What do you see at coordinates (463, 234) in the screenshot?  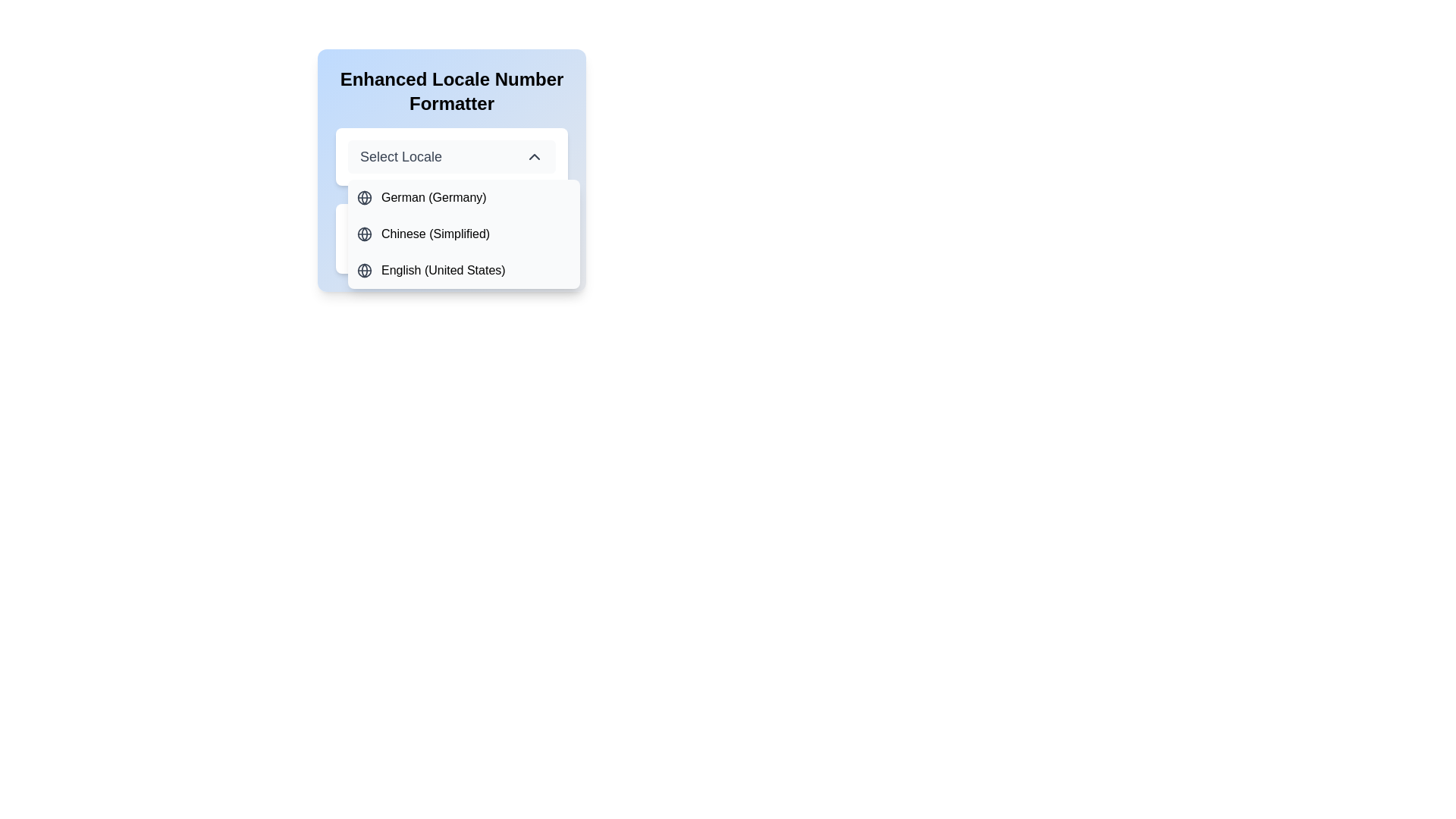 I see `the dropdown menu option labeled 'Chinese (Simplified)', which is the second option in the list between 'German (Germany)' and 'English (United States)'` at bounding box center [463, 234].